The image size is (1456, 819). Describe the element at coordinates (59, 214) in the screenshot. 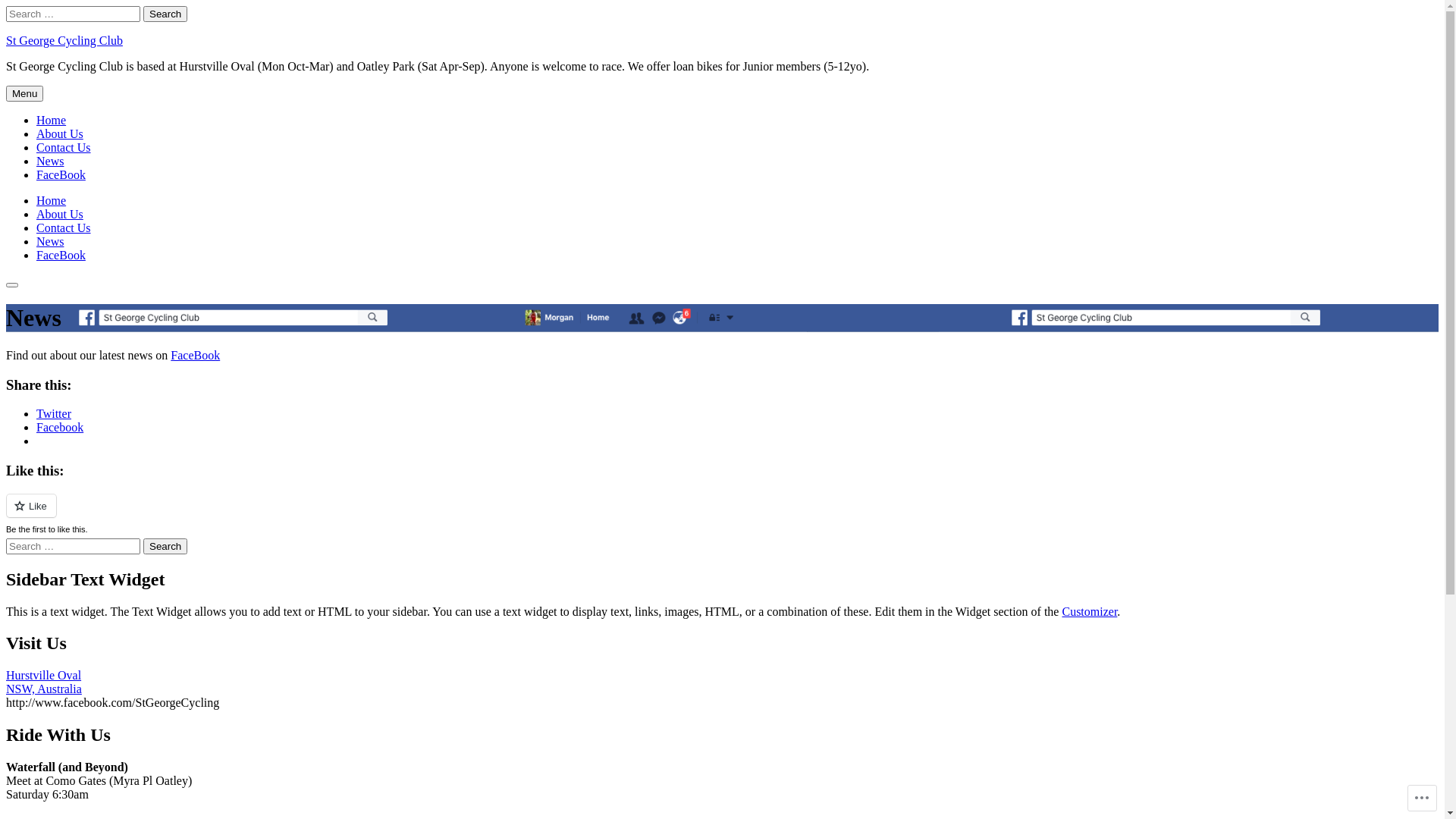

I see `'About Us'` at that location.